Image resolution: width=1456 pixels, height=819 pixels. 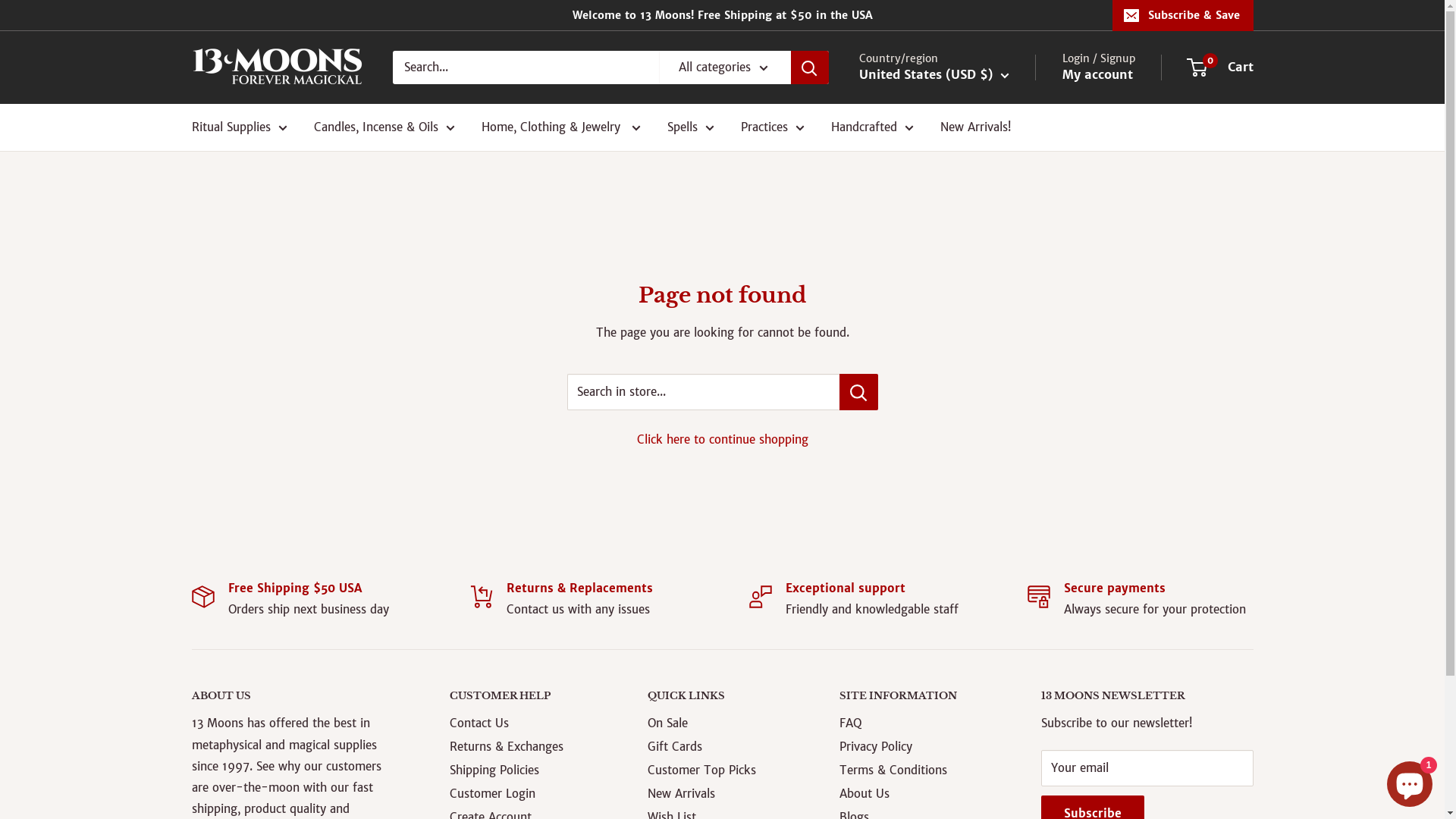 I want to click on 'Practices', so click(x=771, y=127).